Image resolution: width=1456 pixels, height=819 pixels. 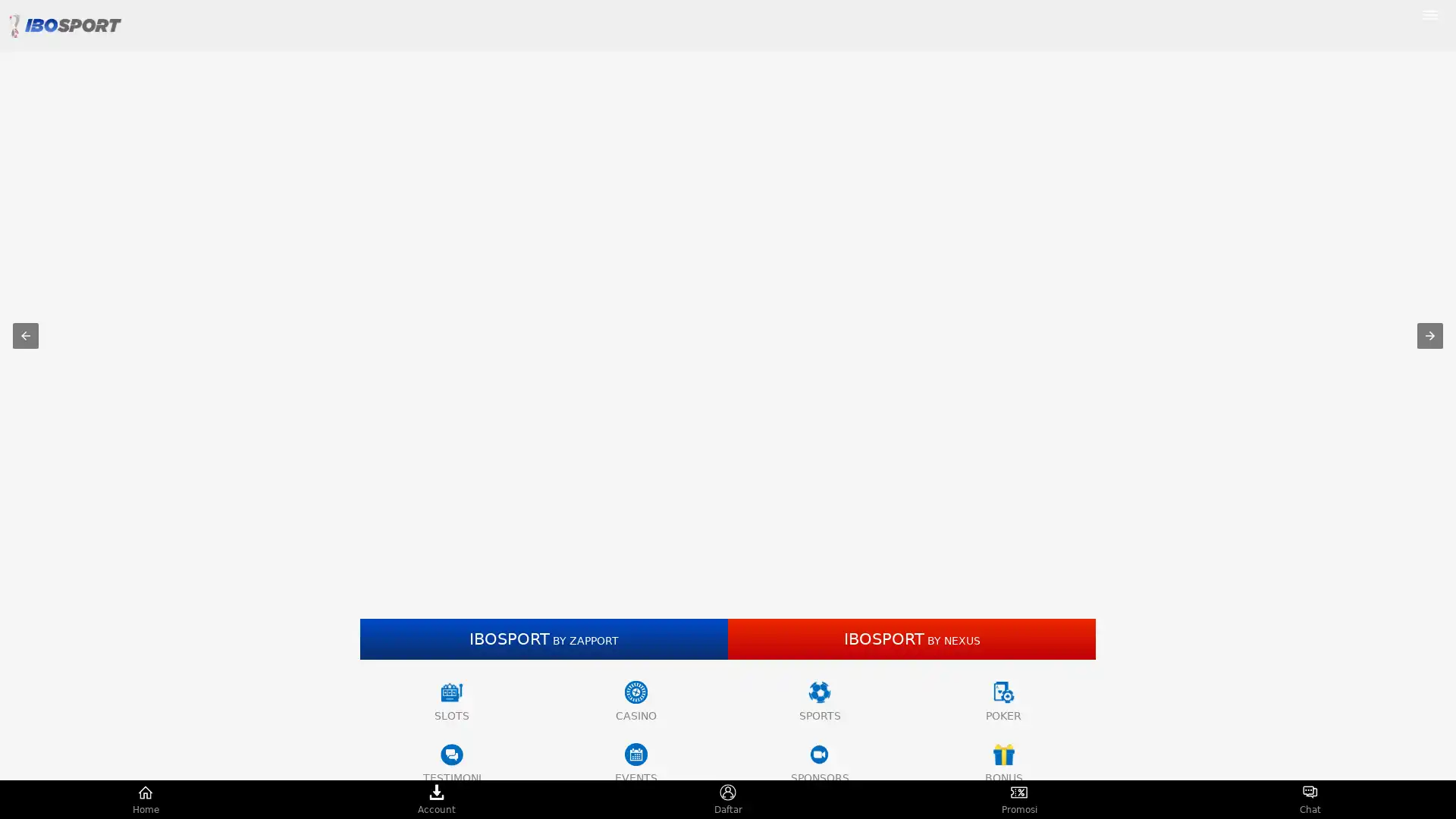 What do you see at coordinates (1429, 335) in the screenshot?
I see `Next item in carousel (5 of 5)` at bounding box center [1429, 335].